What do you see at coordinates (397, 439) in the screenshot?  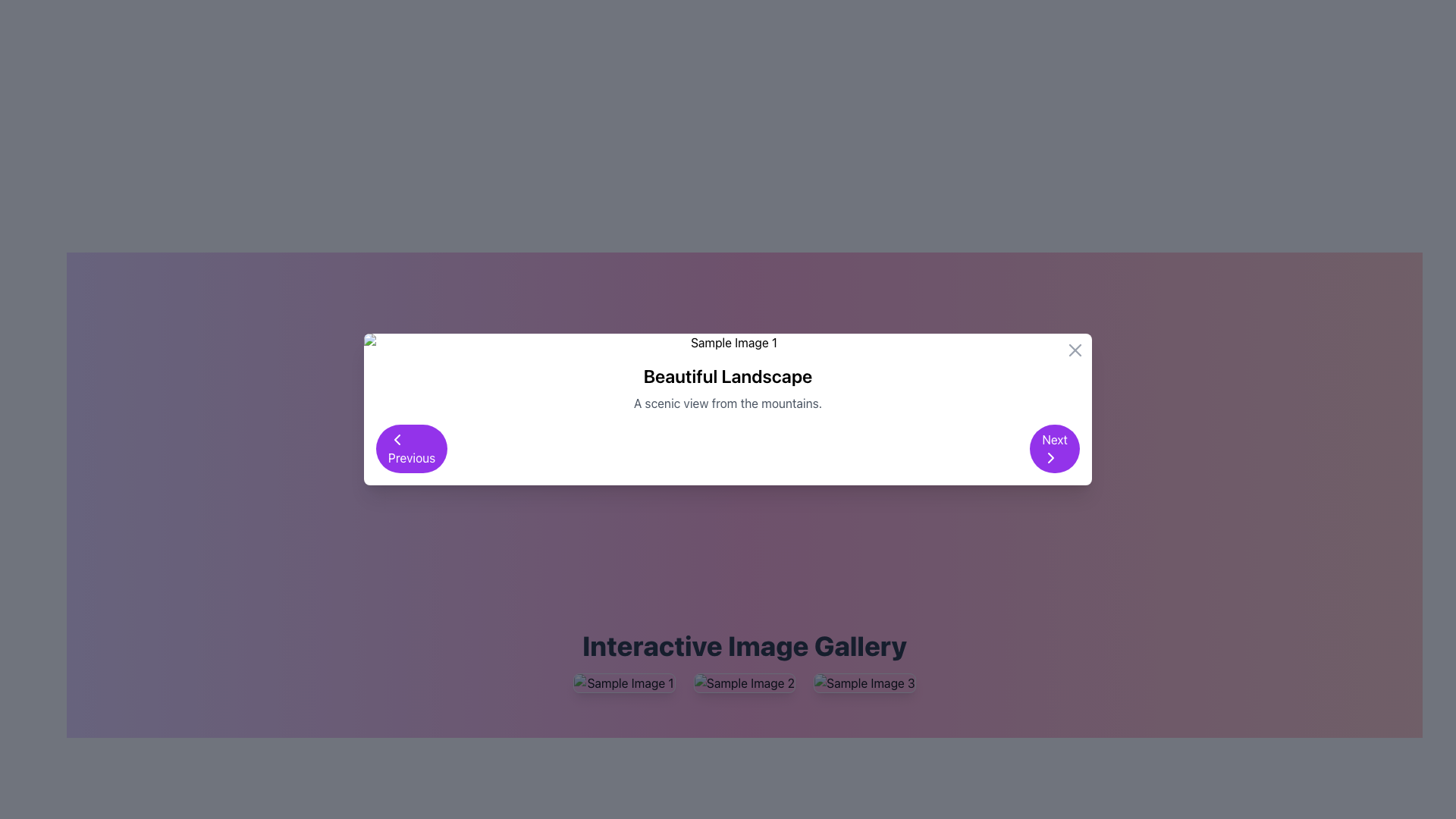 I see `the left-pointing chevron icon within the 'Previous' button` at bounding box center [397, 439].